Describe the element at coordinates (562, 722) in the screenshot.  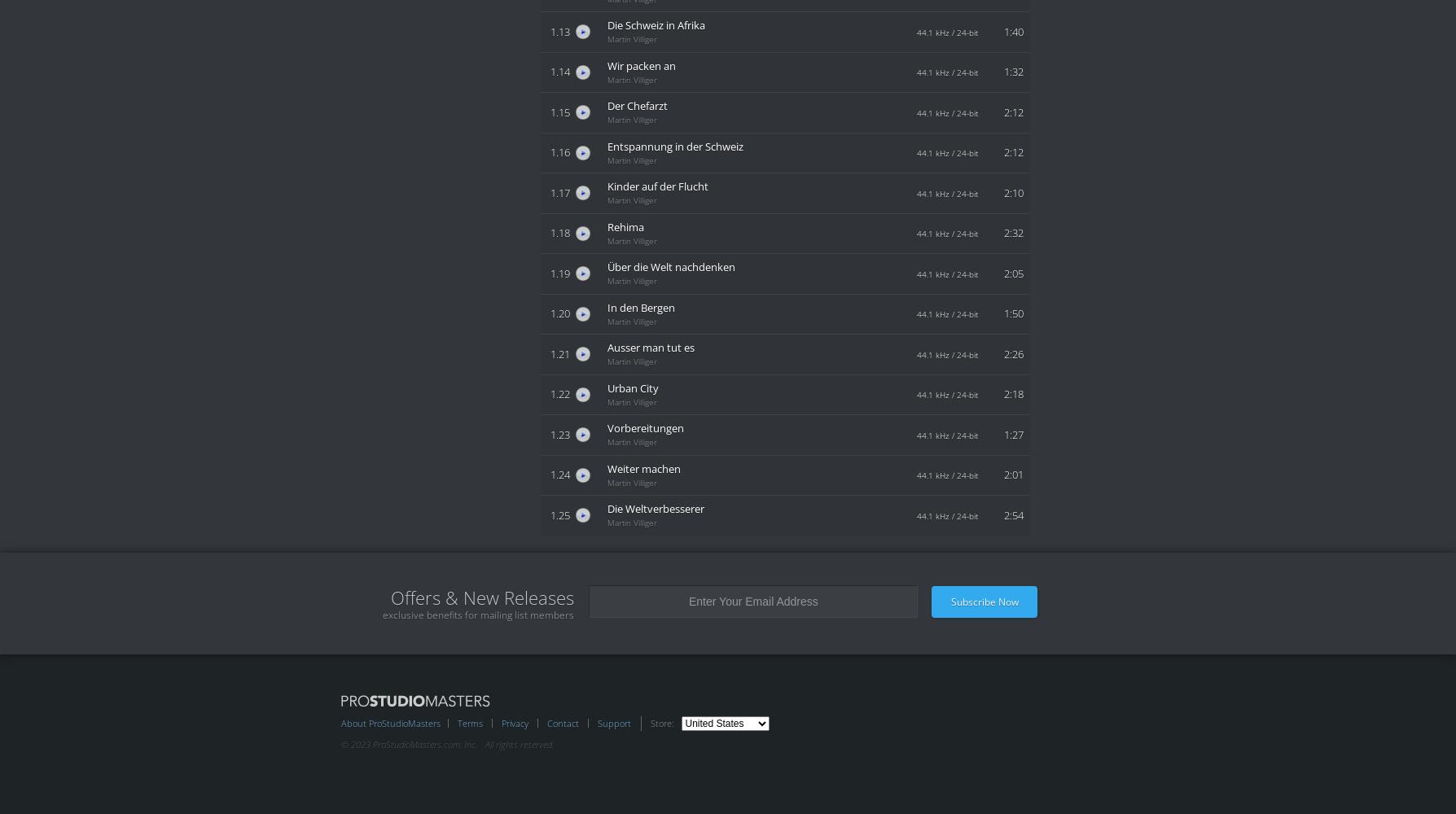
I see `'Contact'` at that location.